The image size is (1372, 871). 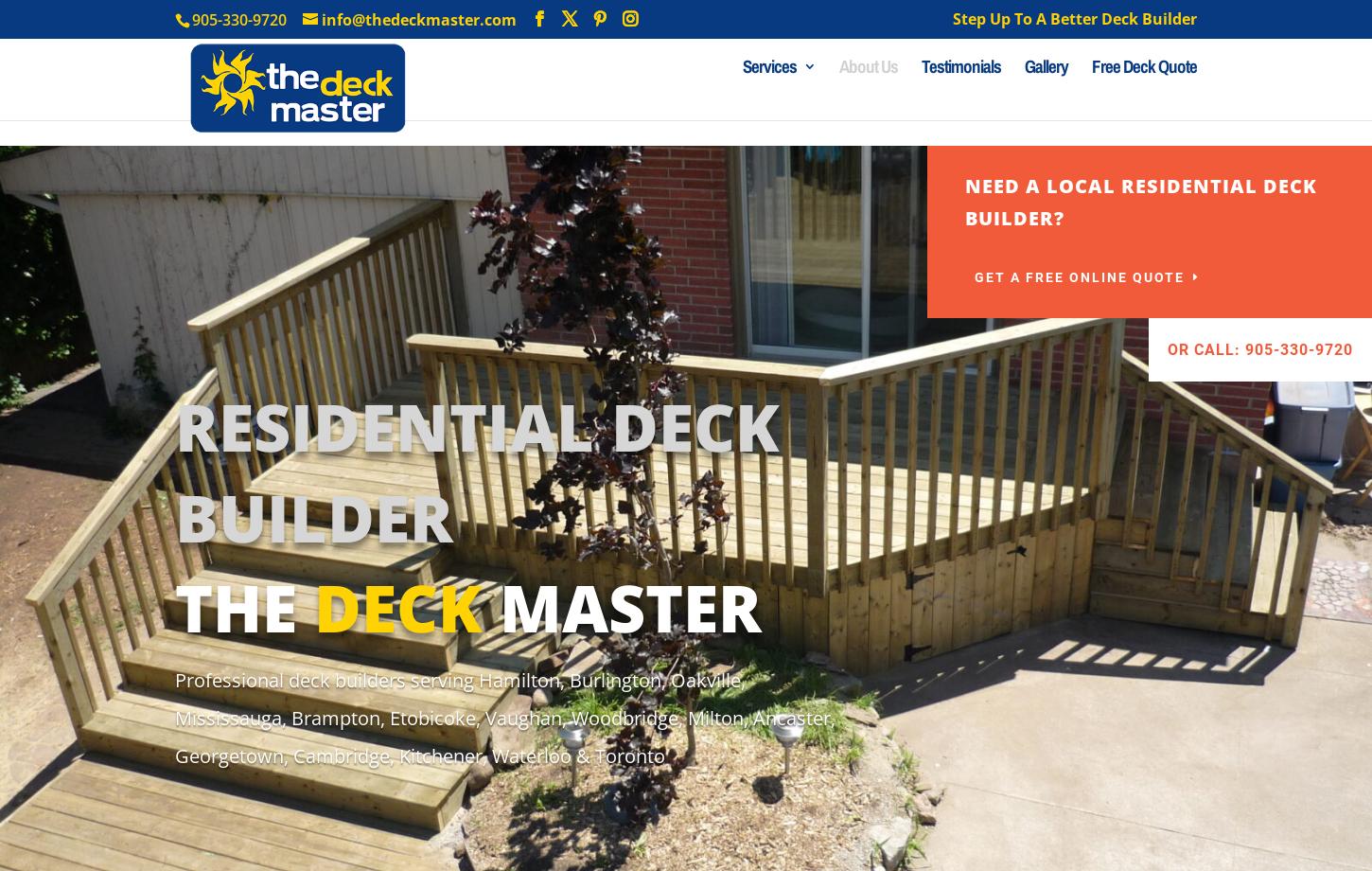 What do you see at coordinates (1077, 277) in the screenshot?
I see `'Get a Free Online Quote'` at bounding box center [1077, 277].